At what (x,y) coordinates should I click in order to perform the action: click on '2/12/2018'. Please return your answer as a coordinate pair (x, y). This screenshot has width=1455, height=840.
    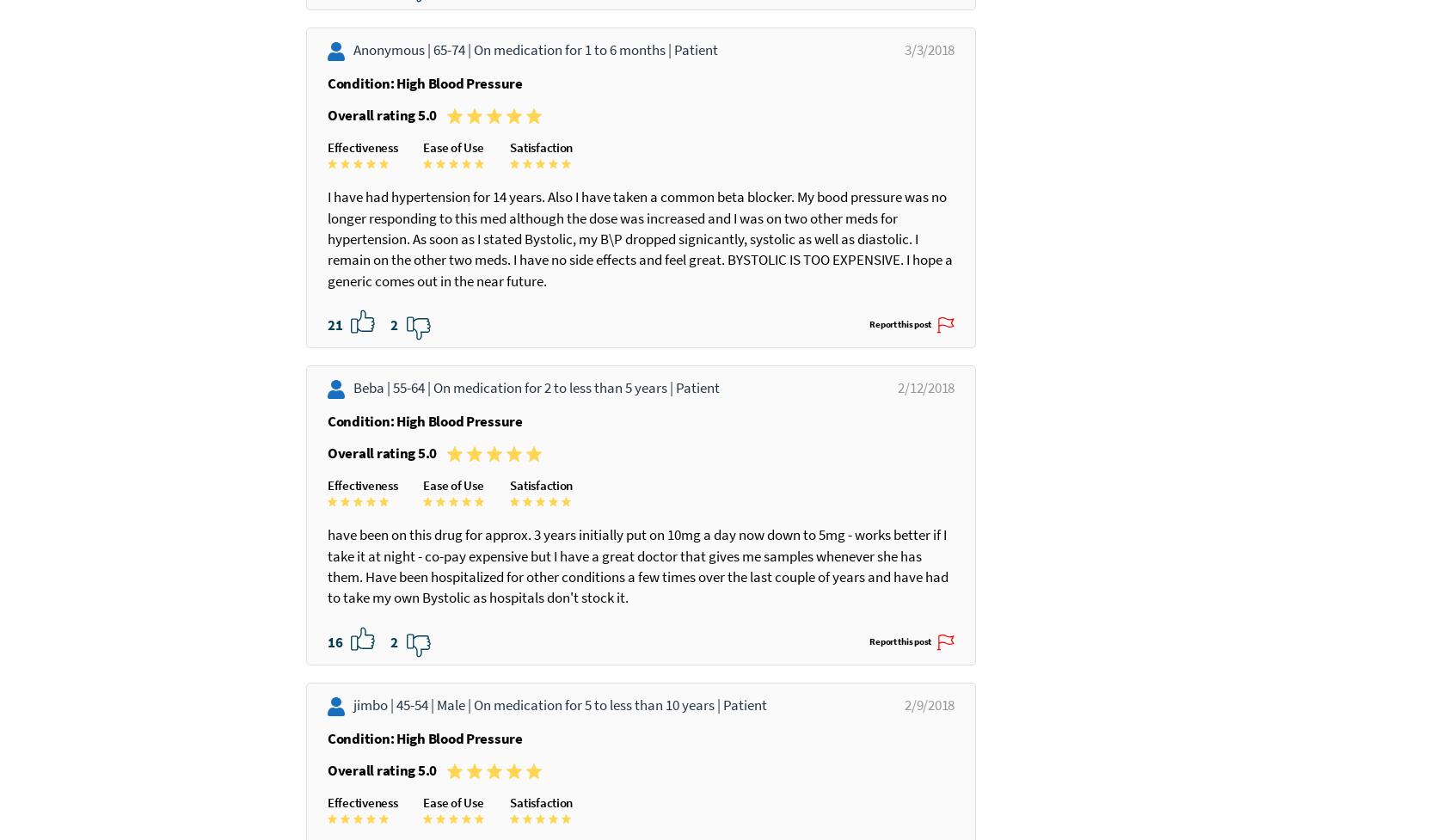
    Looking at the image, I should click on (903, 532).